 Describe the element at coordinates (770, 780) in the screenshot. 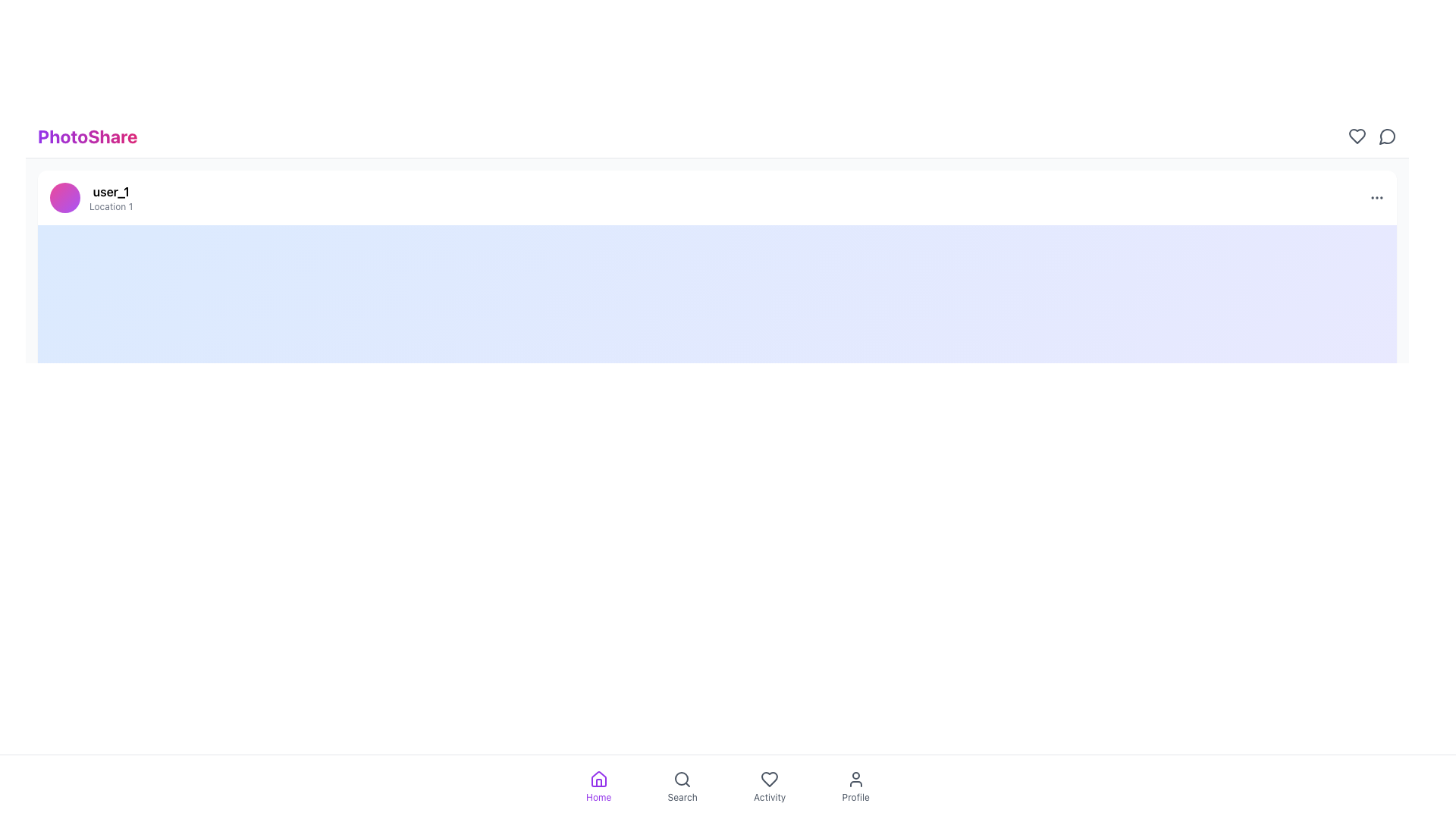

I see `the heart icon in the navigation bar at the bottom of the interface` at that location.